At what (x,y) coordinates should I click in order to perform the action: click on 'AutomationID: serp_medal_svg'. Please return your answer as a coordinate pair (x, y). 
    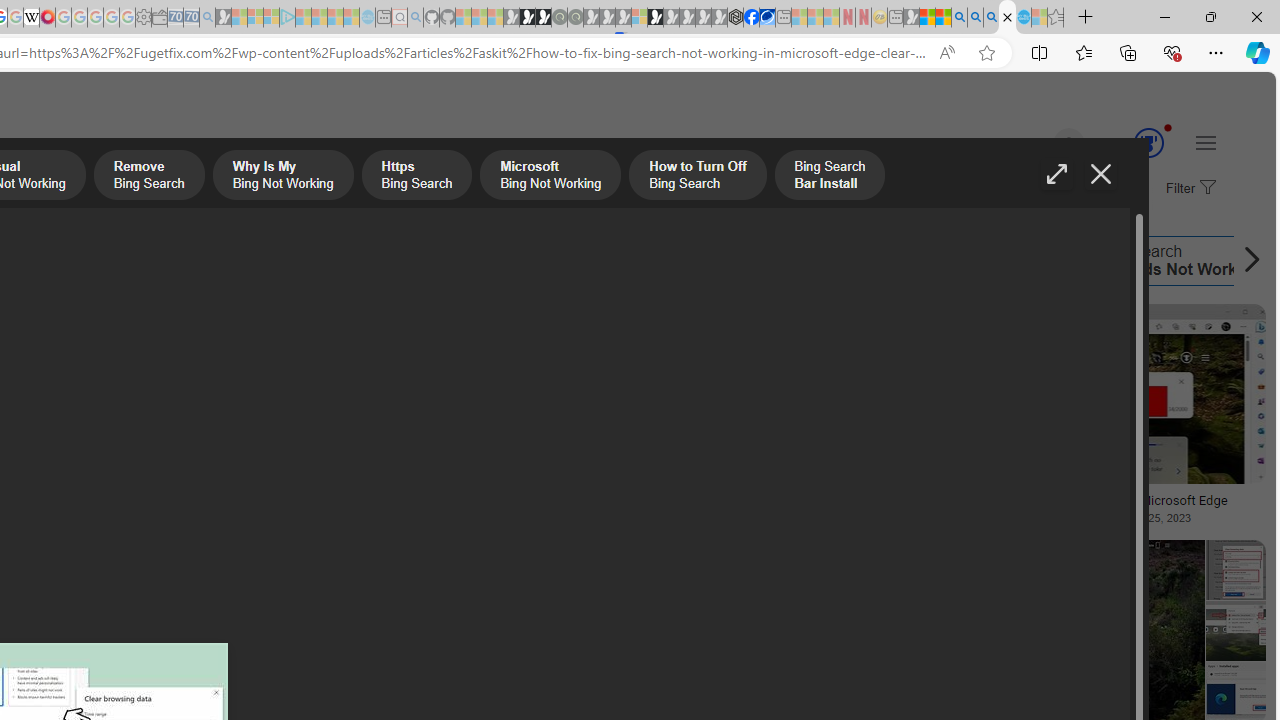
    Looking at the image, I should click on (1148, 141).